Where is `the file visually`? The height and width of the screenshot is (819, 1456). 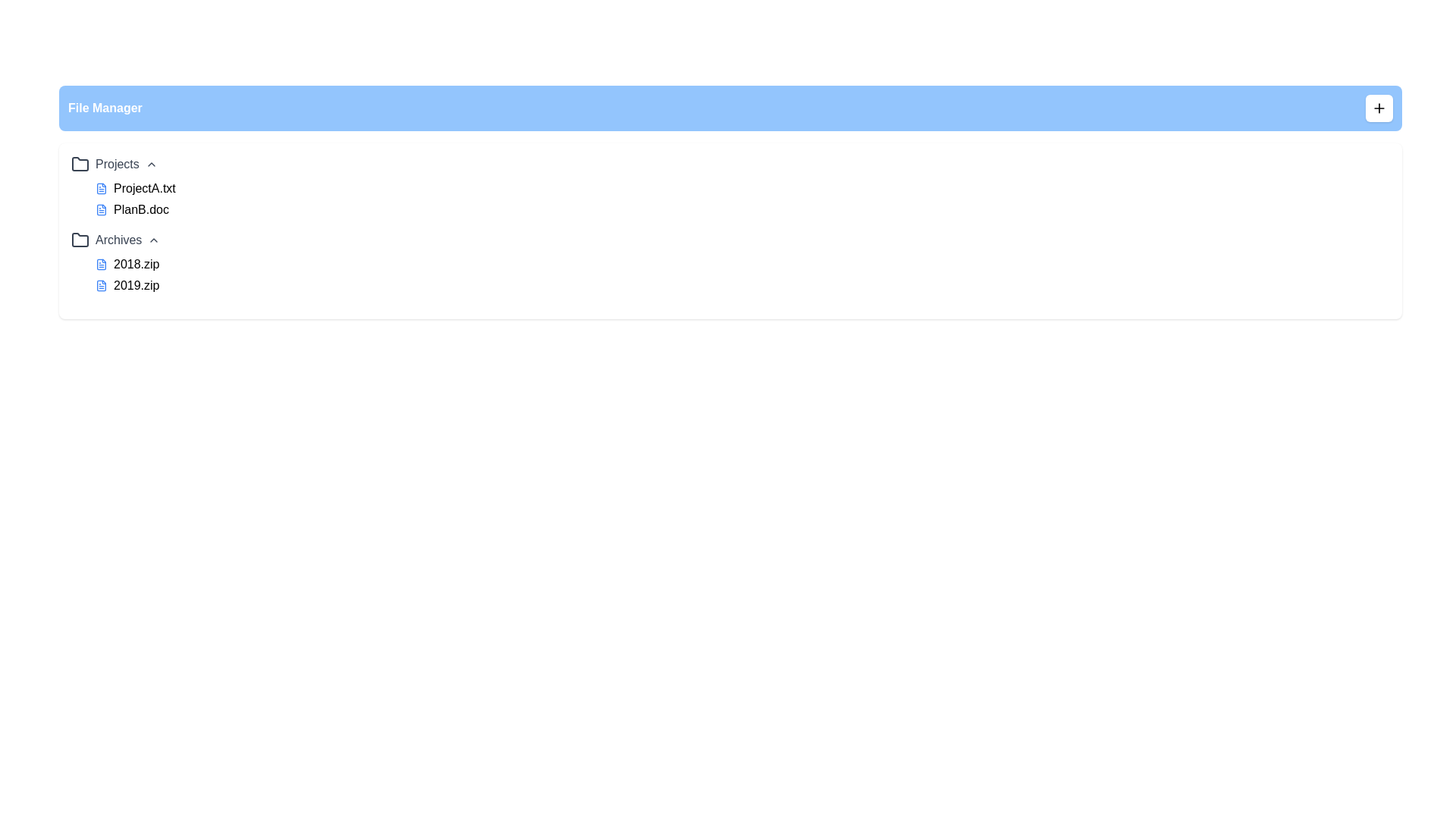 the file visually is located at coordinates (101, 286).